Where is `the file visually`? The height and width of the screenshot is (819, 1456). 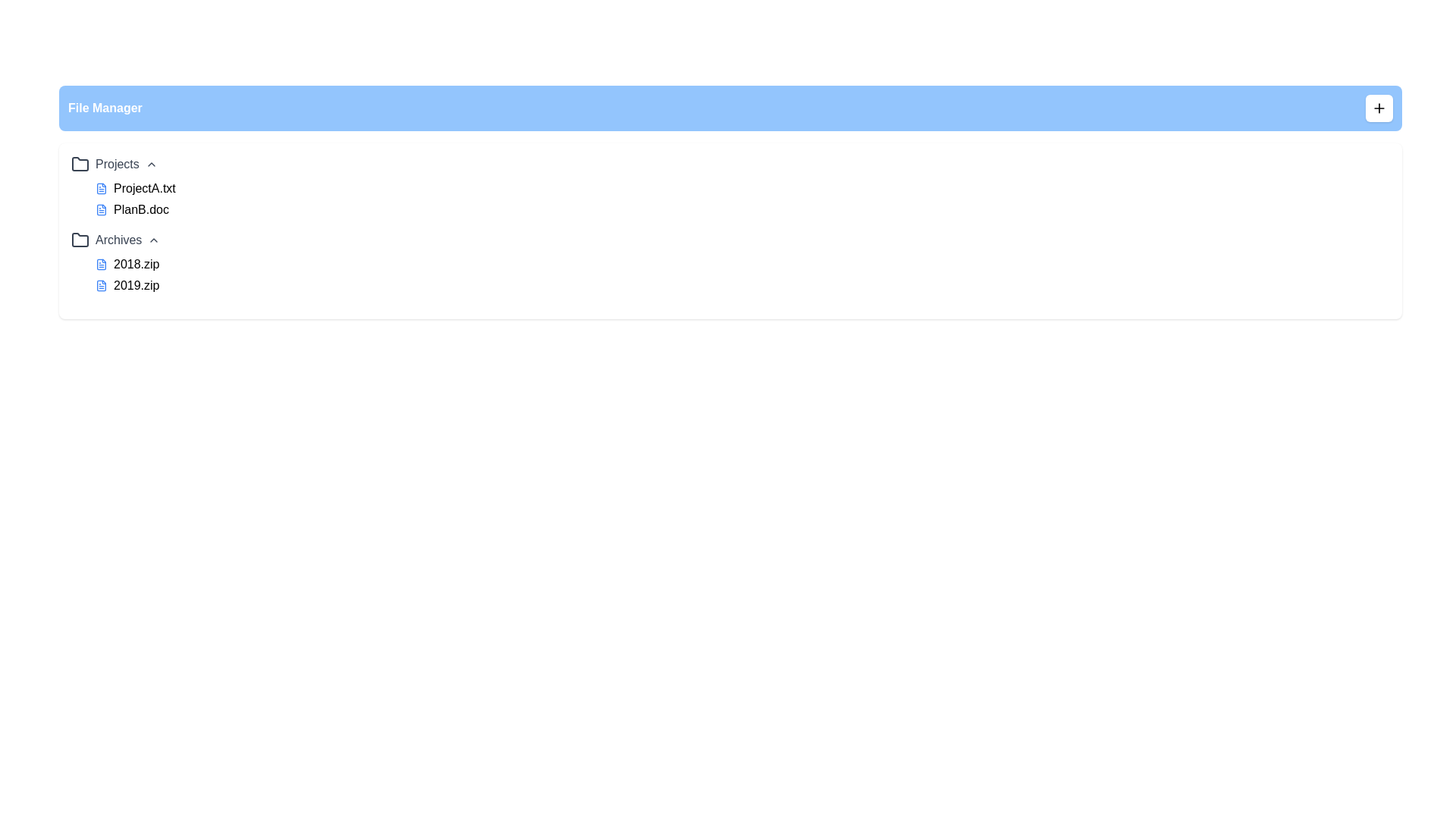 the file visually is located at coordinates (101, 286).